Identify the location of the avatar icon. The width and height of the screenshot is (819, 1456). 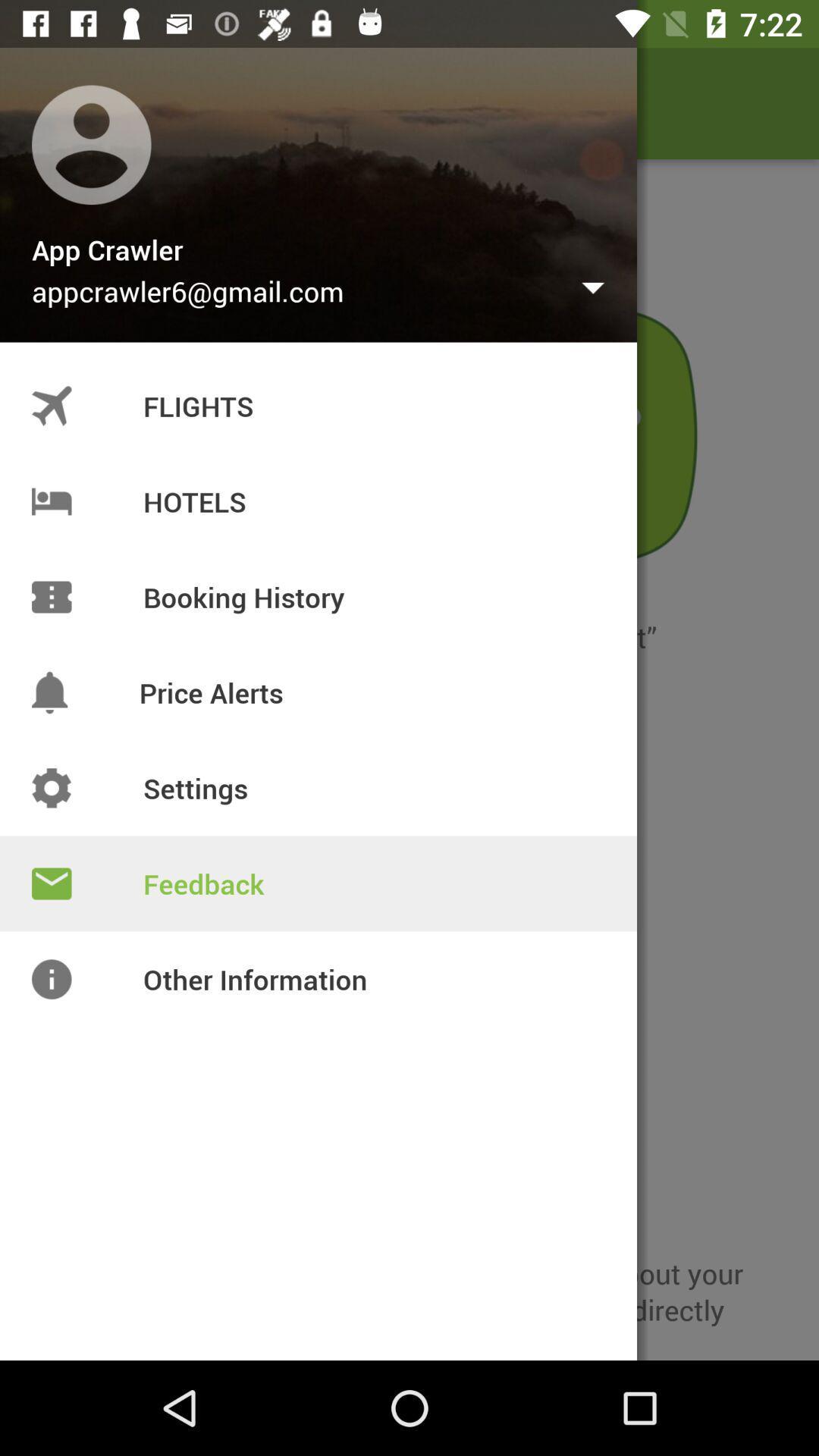
(55, 102).